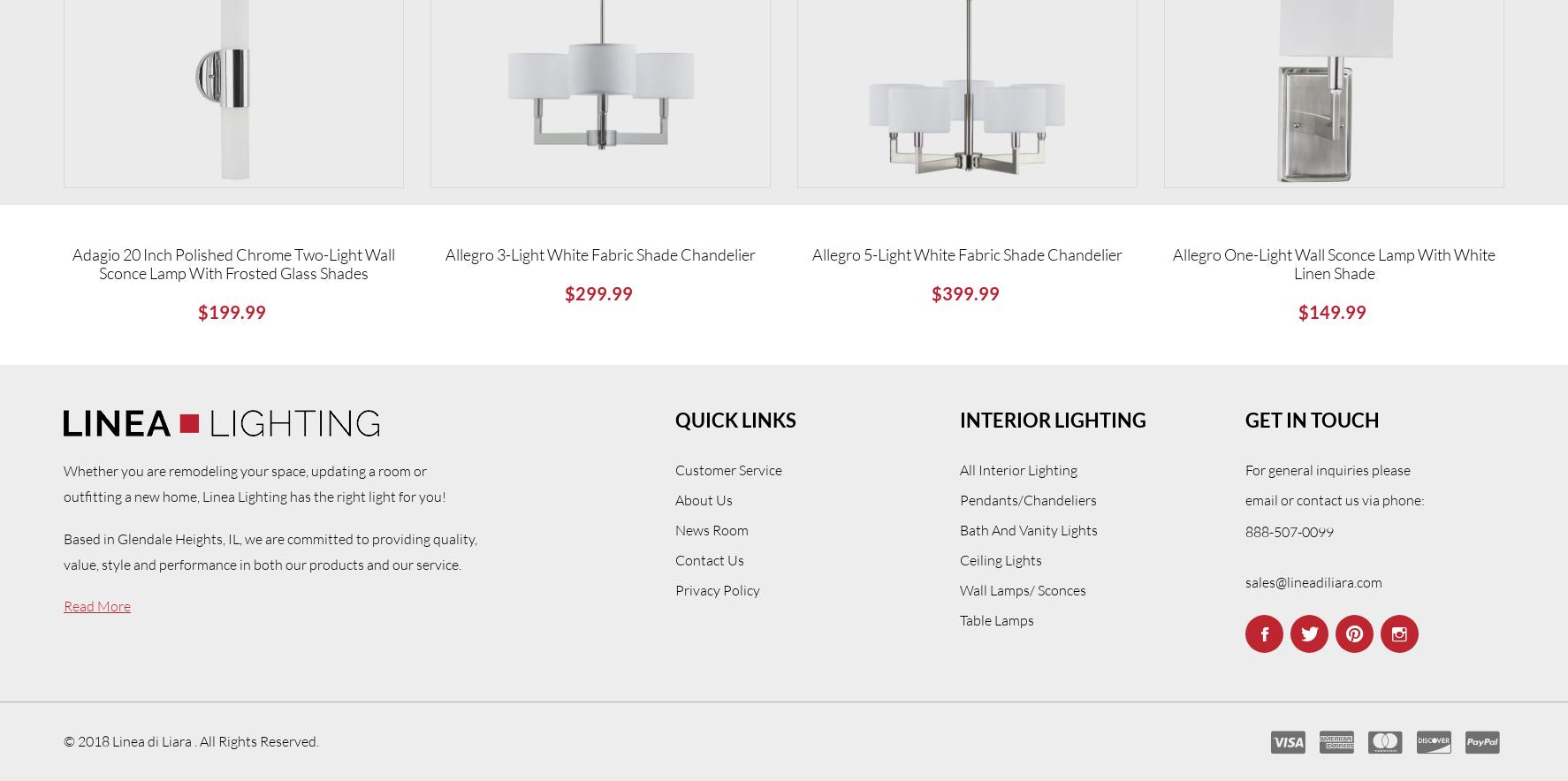 The image size is (1568, 781). I want to click on 'All Interior Lighting', so click(1017, 469).